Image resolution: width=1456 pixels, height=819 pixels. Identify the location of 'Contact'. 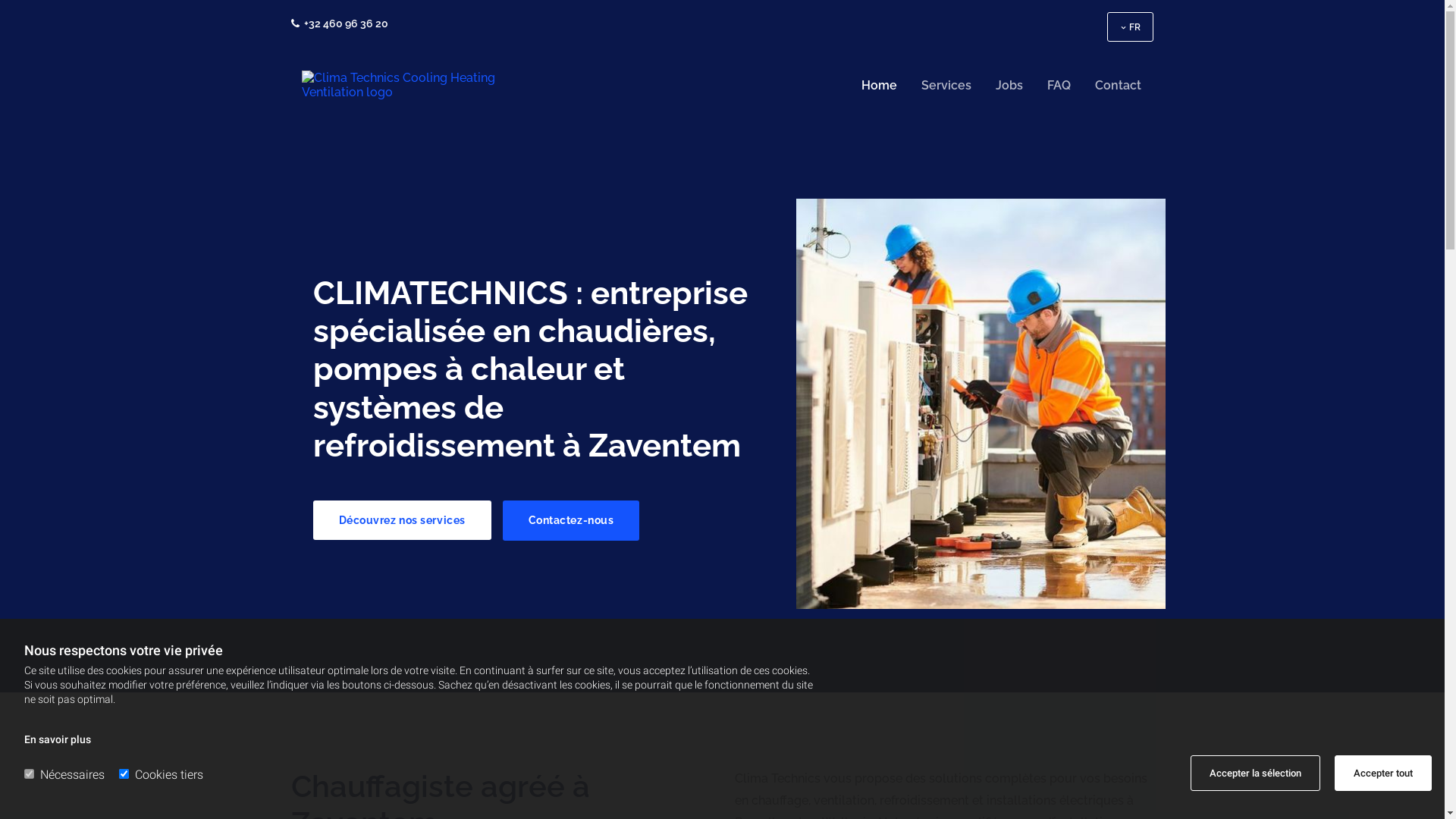
(1118, 85).